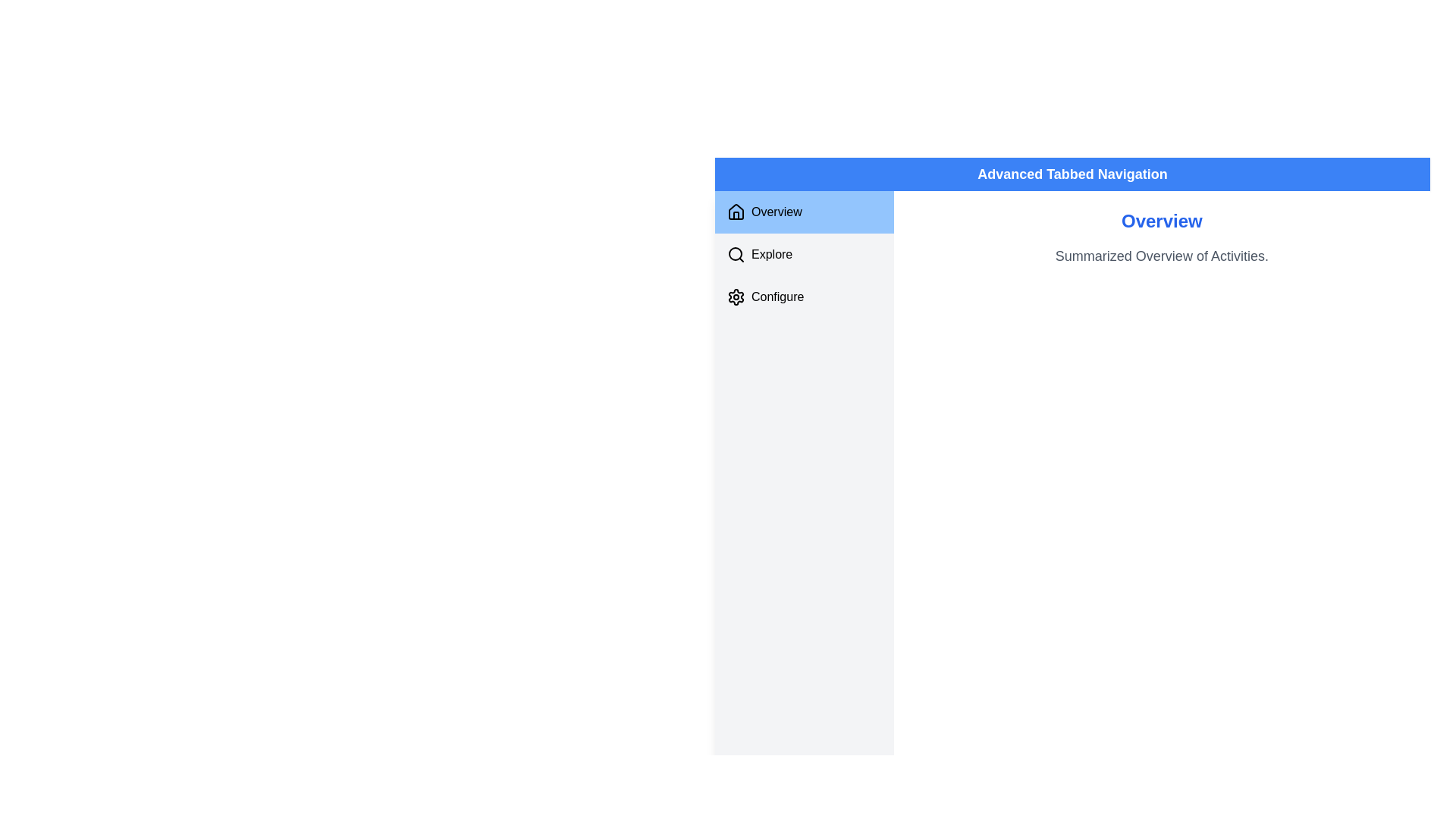  What do you see at coordinates (736, 211) in the screenshot?
I see `the 'Overview' icon in the left navigation menu, which serves as a graphical representation of the Overview section` at bounding box center [736, 211].